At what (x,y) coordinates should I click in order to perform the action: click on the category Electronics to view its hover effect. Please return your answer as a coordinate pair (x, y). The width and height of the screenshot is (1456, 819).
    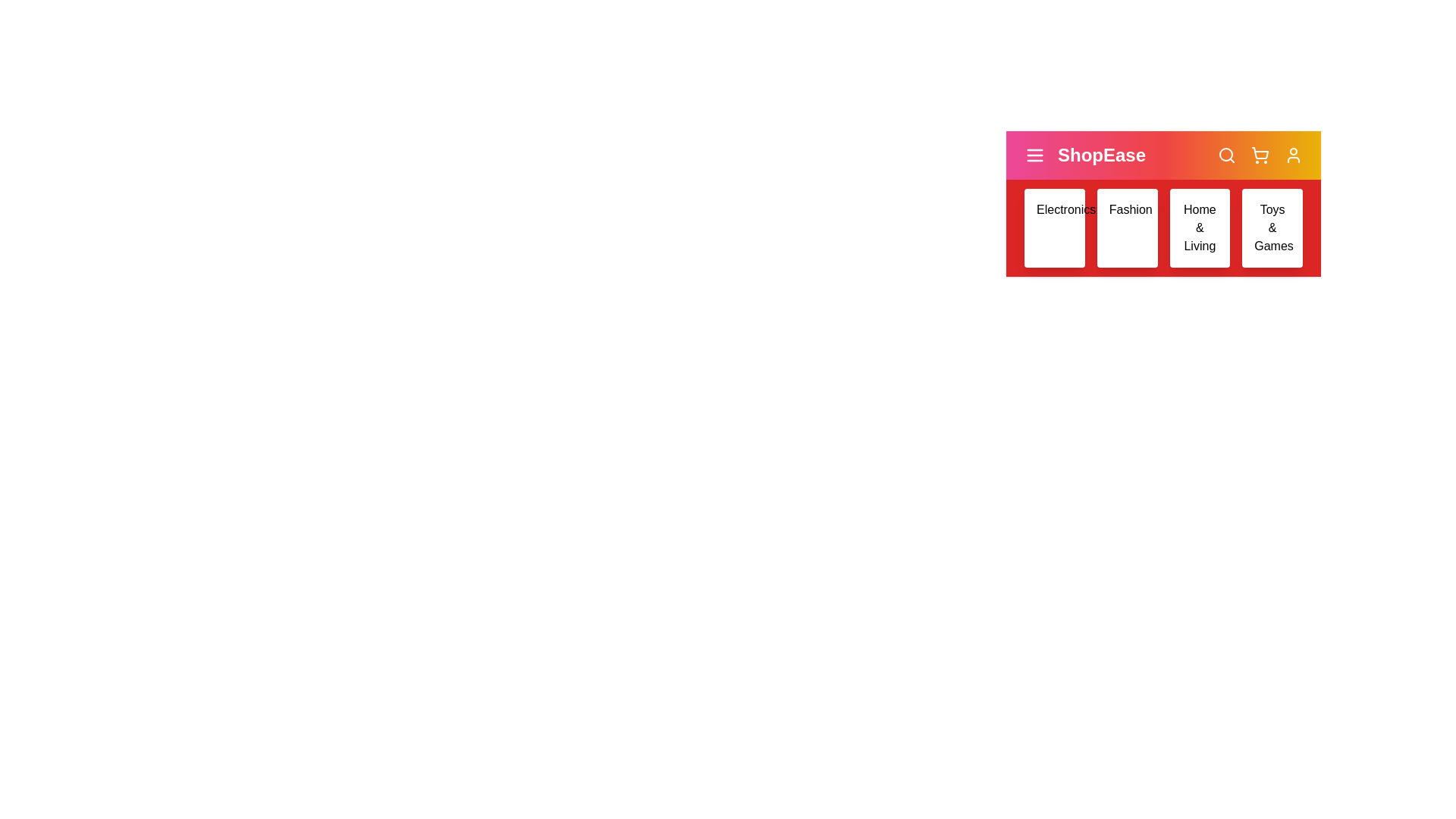
    Looking at the image, I should click on (1053, 227).